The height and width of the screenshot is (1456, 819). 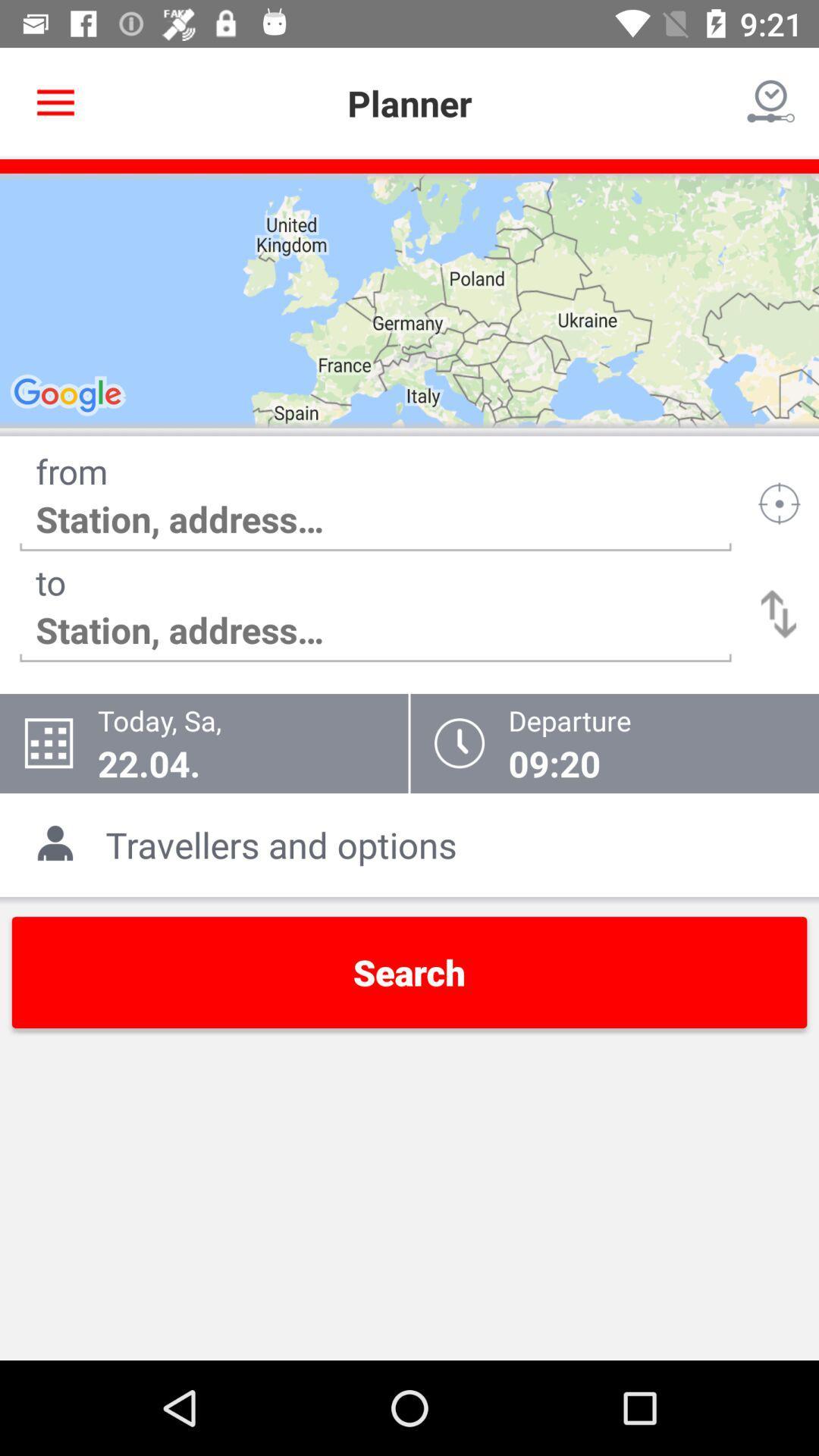 What do you see at coordinates (55, 102) in the screenshot?
I see `item next to planner icon` at bounding box center [55, 102].